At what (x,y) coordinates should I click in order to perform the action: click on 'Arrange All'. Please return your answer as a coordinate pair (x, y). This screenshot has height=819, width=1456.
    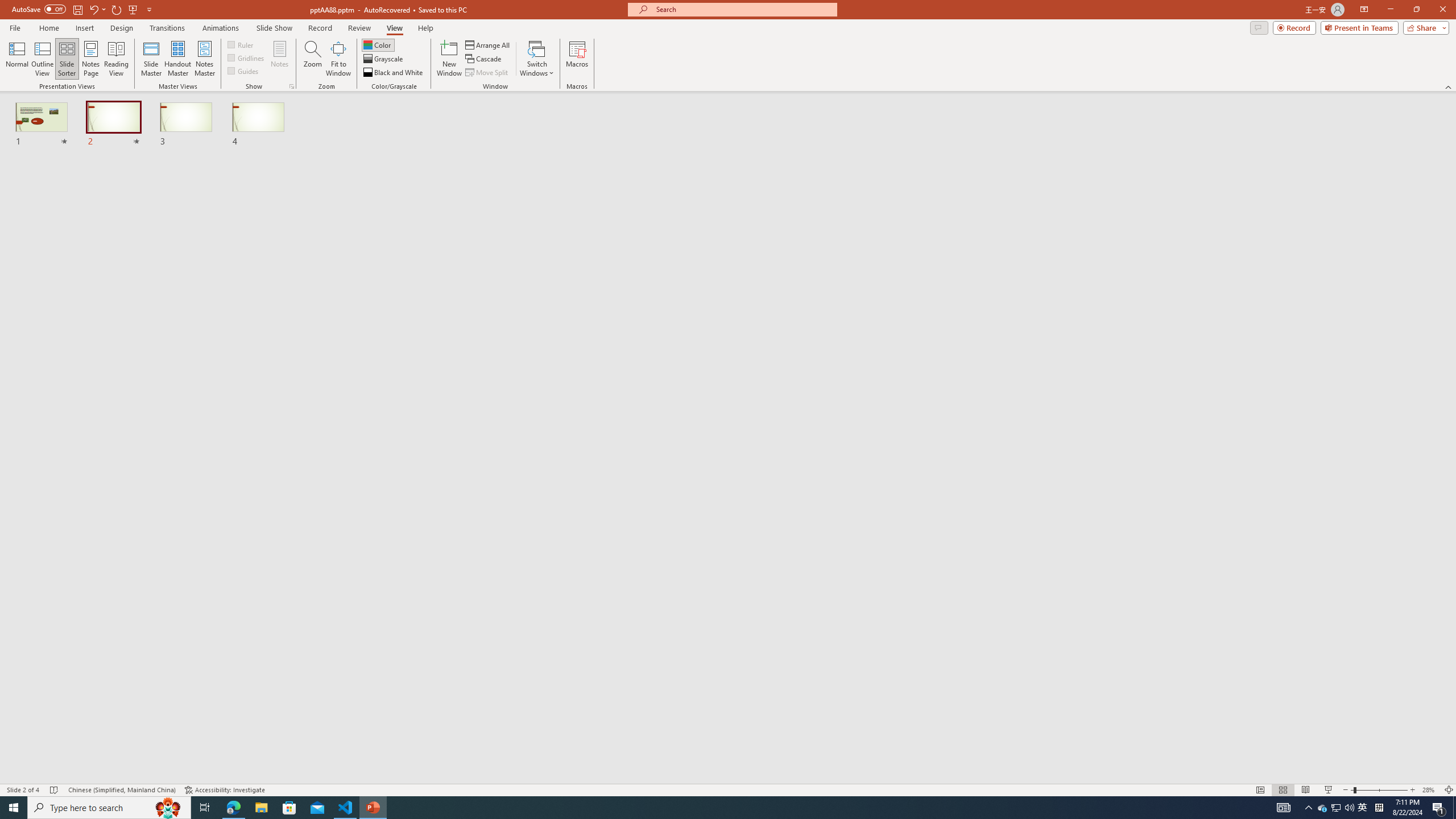
    Looking at the image, I should click on (487, 44).